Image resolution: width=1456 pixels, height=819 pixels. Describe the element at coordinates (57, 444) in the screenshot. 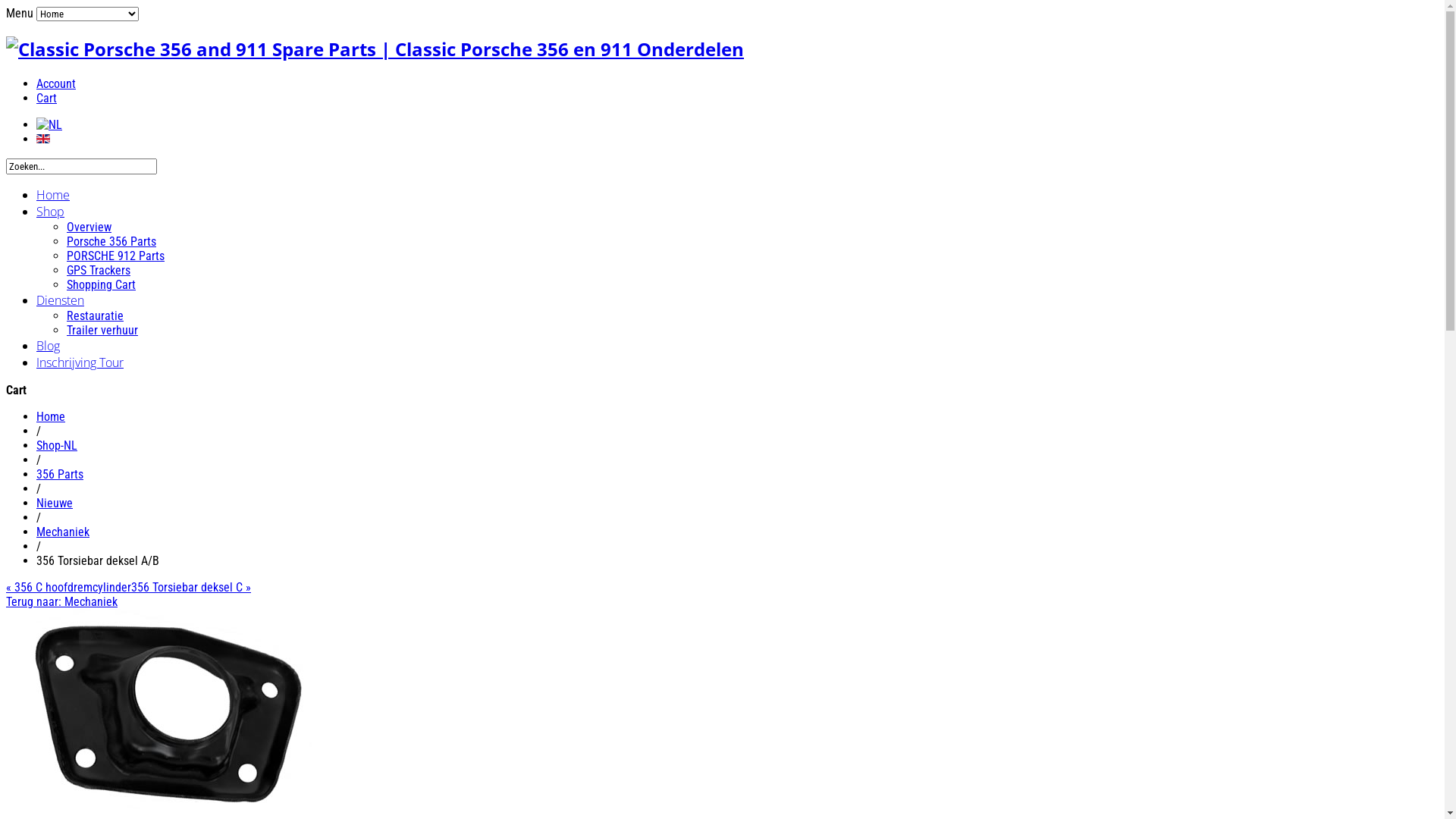

I see `'Shop-NL'` at that location.